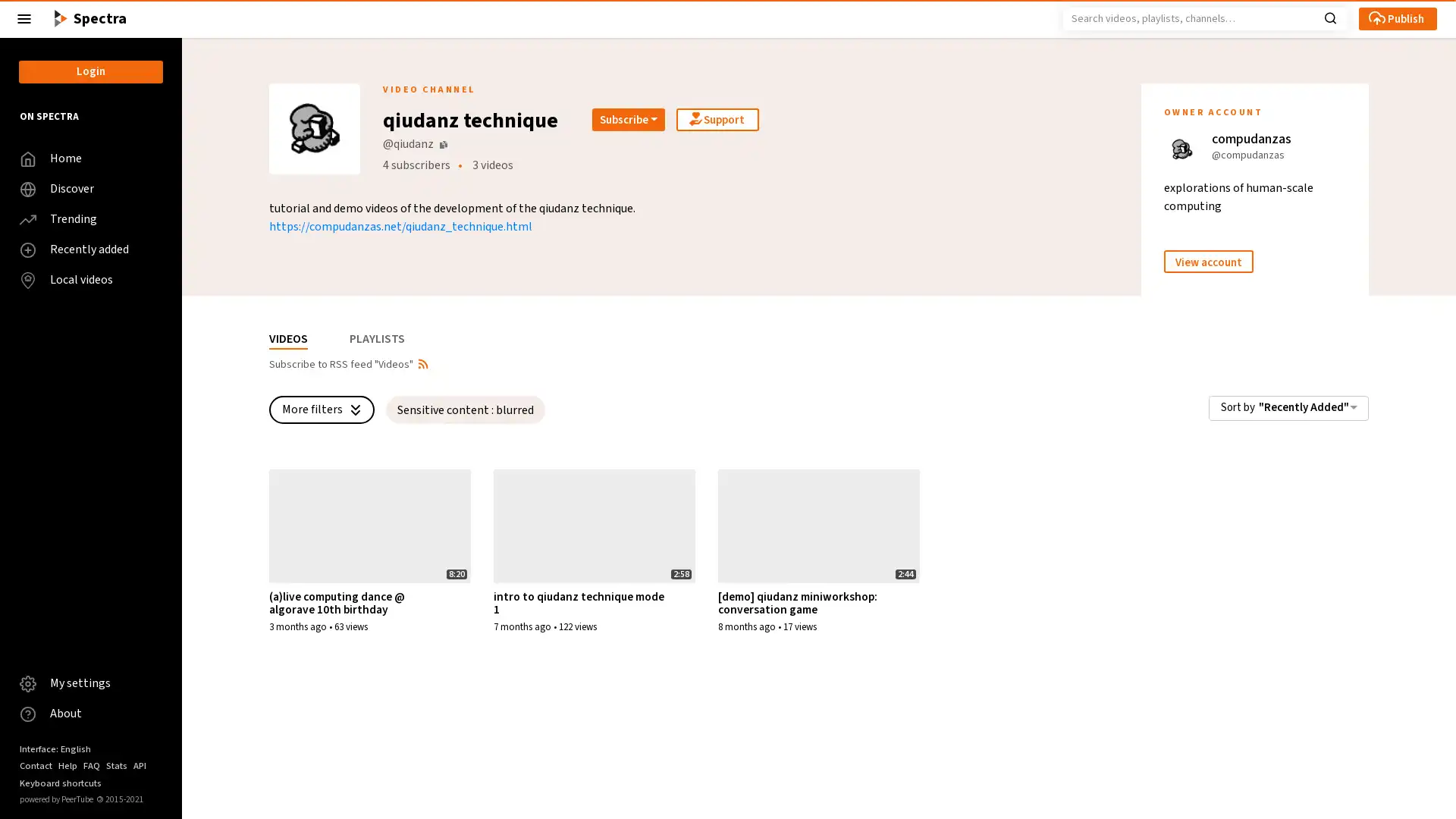  I want to click on Open syndication dropdown, so click(422, 362).